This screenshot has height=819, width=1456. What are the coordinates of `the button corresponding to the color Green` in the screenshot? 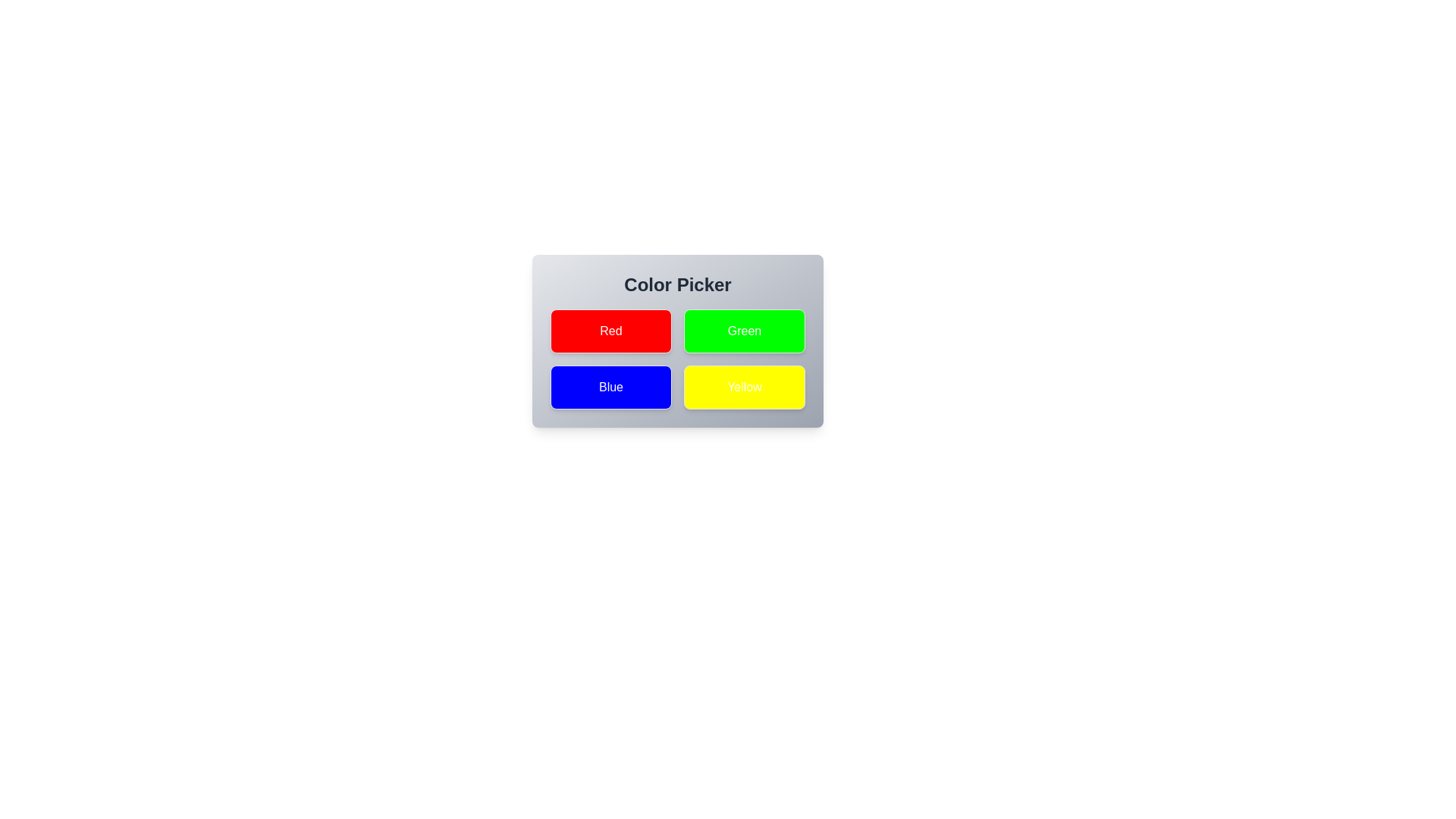 It's located at (745, 330).